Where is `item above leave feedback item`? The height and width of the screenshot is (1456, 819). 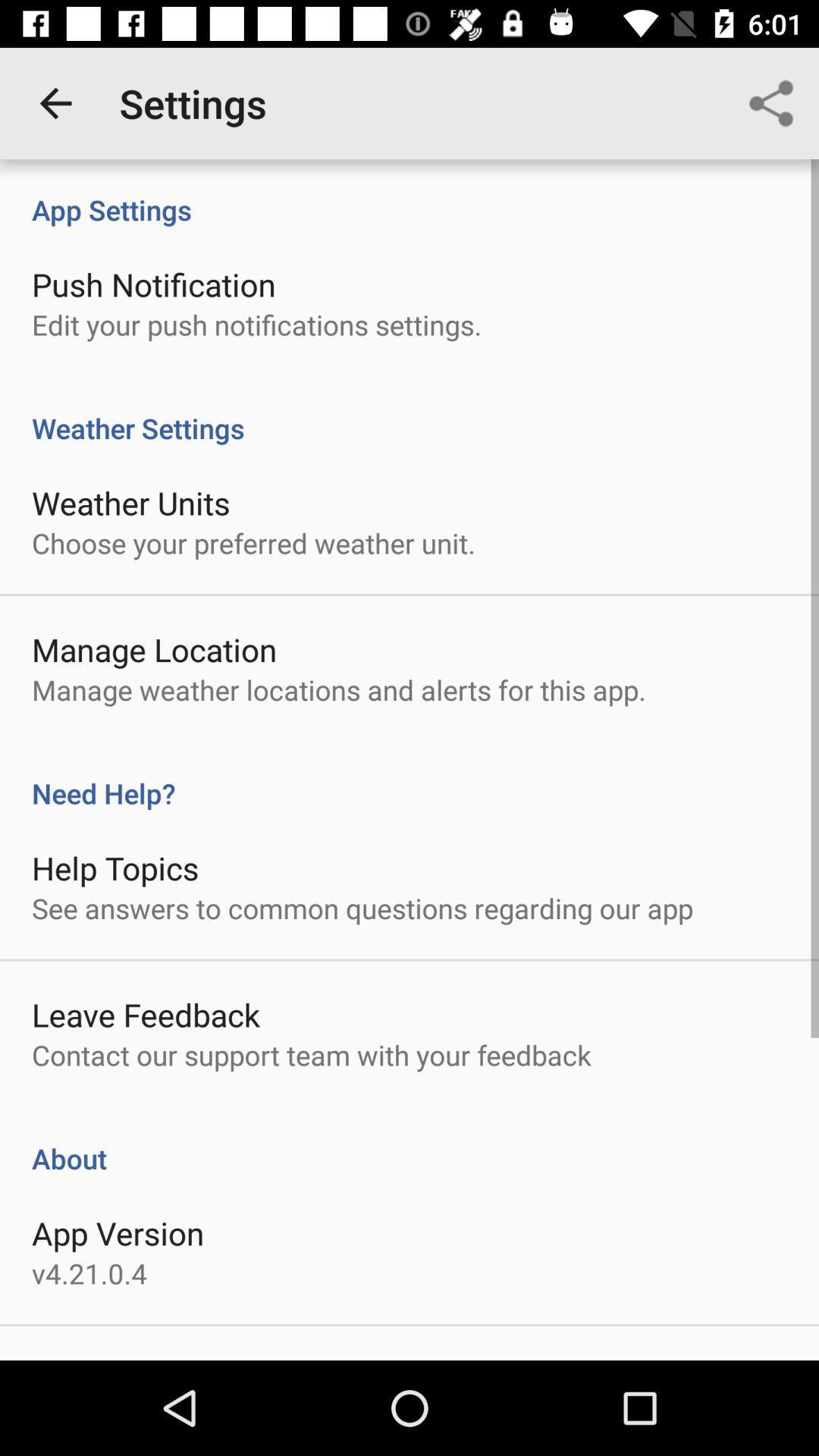
item above leave feedback item is located at coordinates (362, 908).